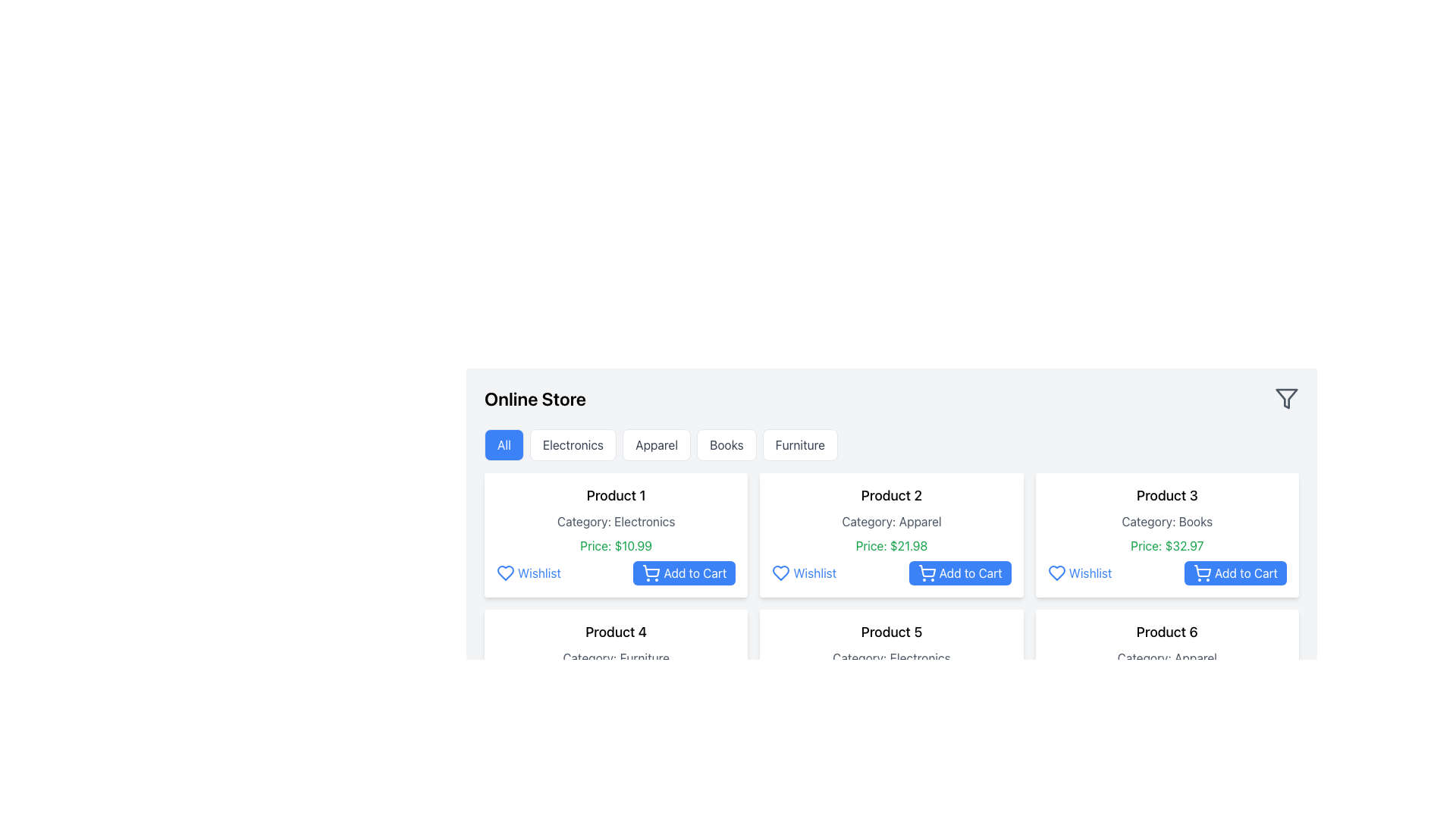 This screenshot has width=1456, height=819. What do you see at coordinates (892, 496) in the screenshot?
I see `the title or name of the product in the second product card, which is a static text element located at the top-middle section of the card` at bounding box center [892, 496].